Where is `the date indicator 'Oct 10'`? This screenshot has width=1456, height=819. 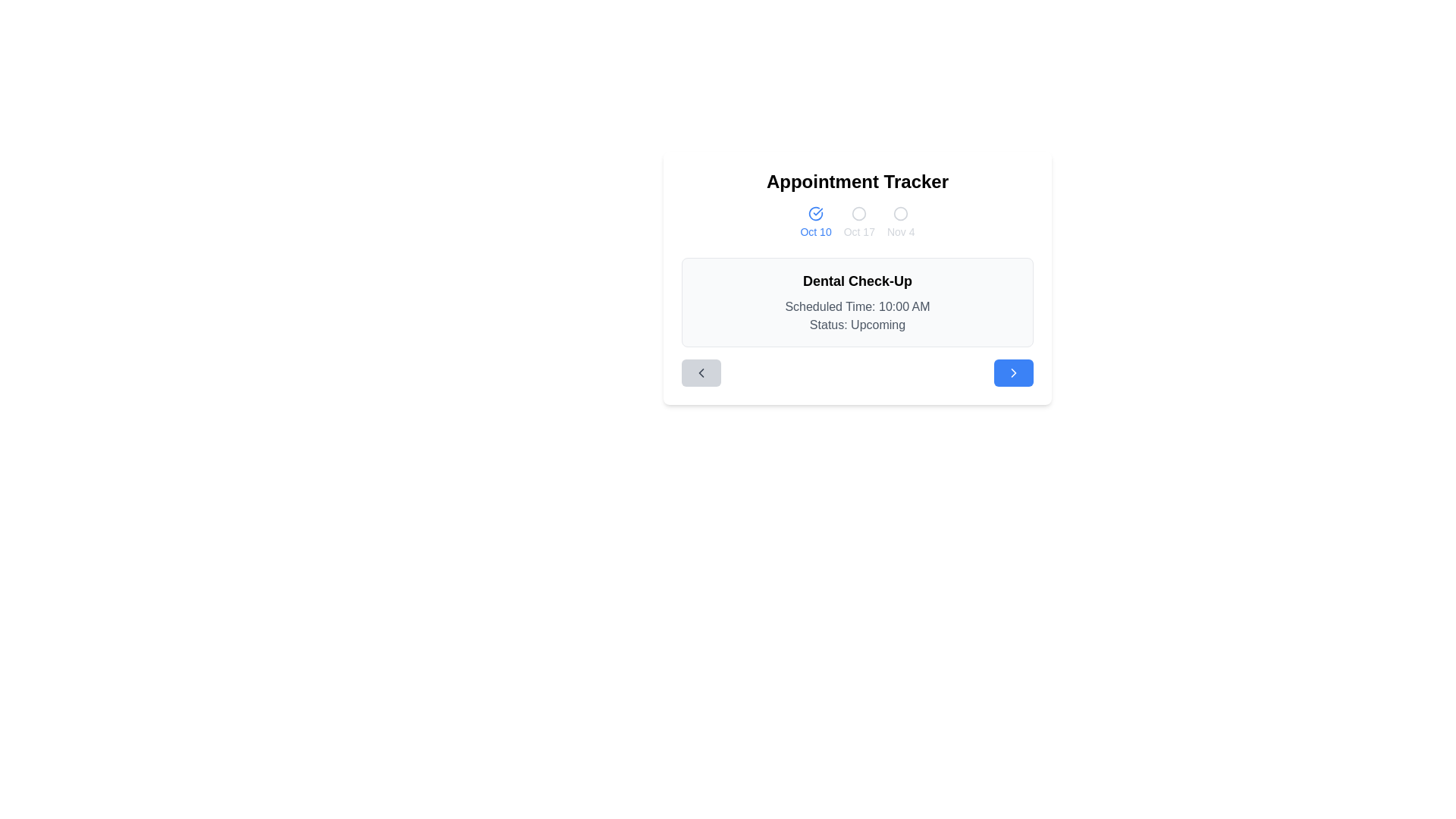
the date indicator 'Oct 10' is located at coordinates (858, 222).